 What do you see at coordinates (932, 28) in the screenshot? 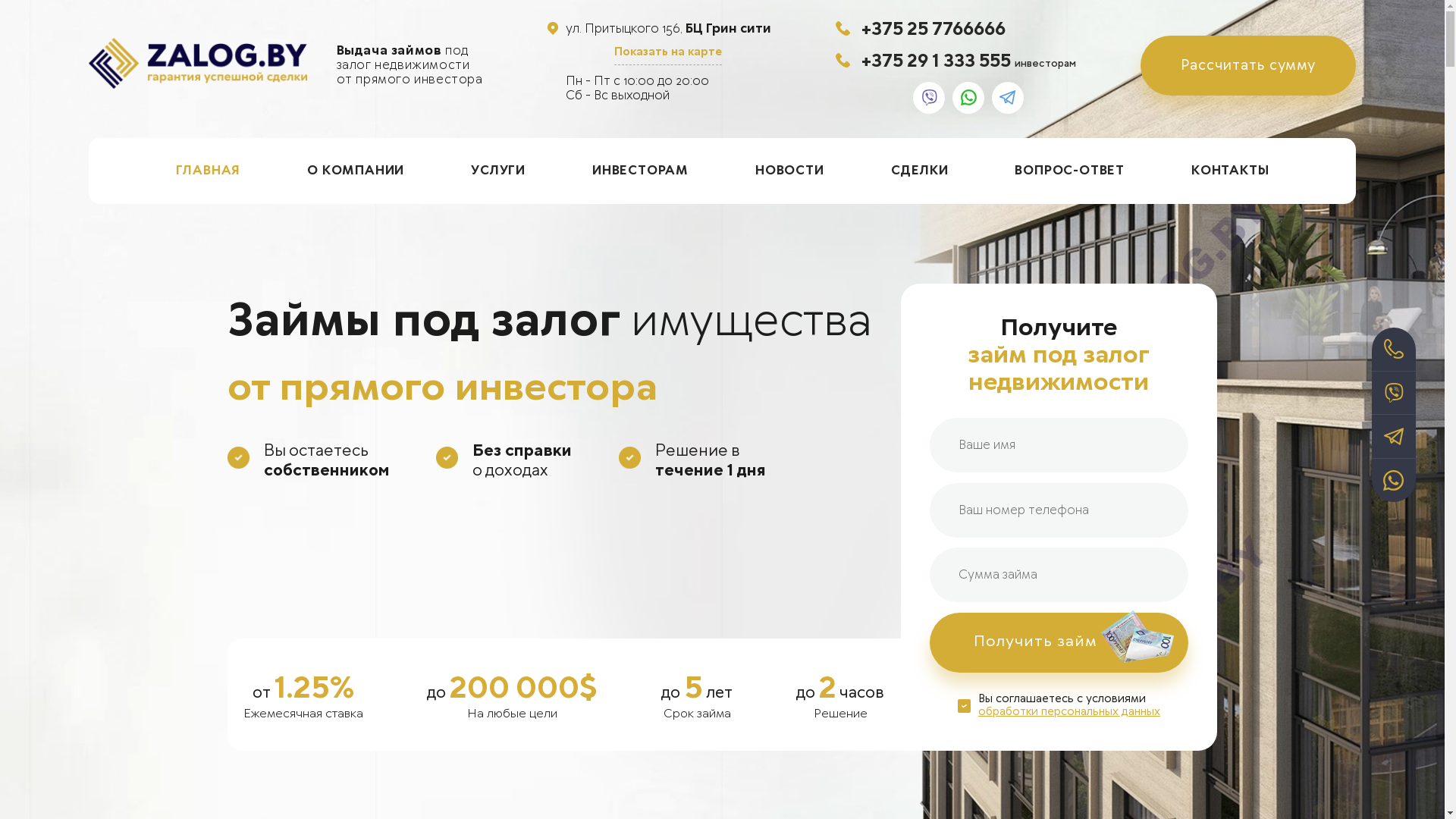
I see `'+375 25 7766666'` at bounding box center [932, 28].